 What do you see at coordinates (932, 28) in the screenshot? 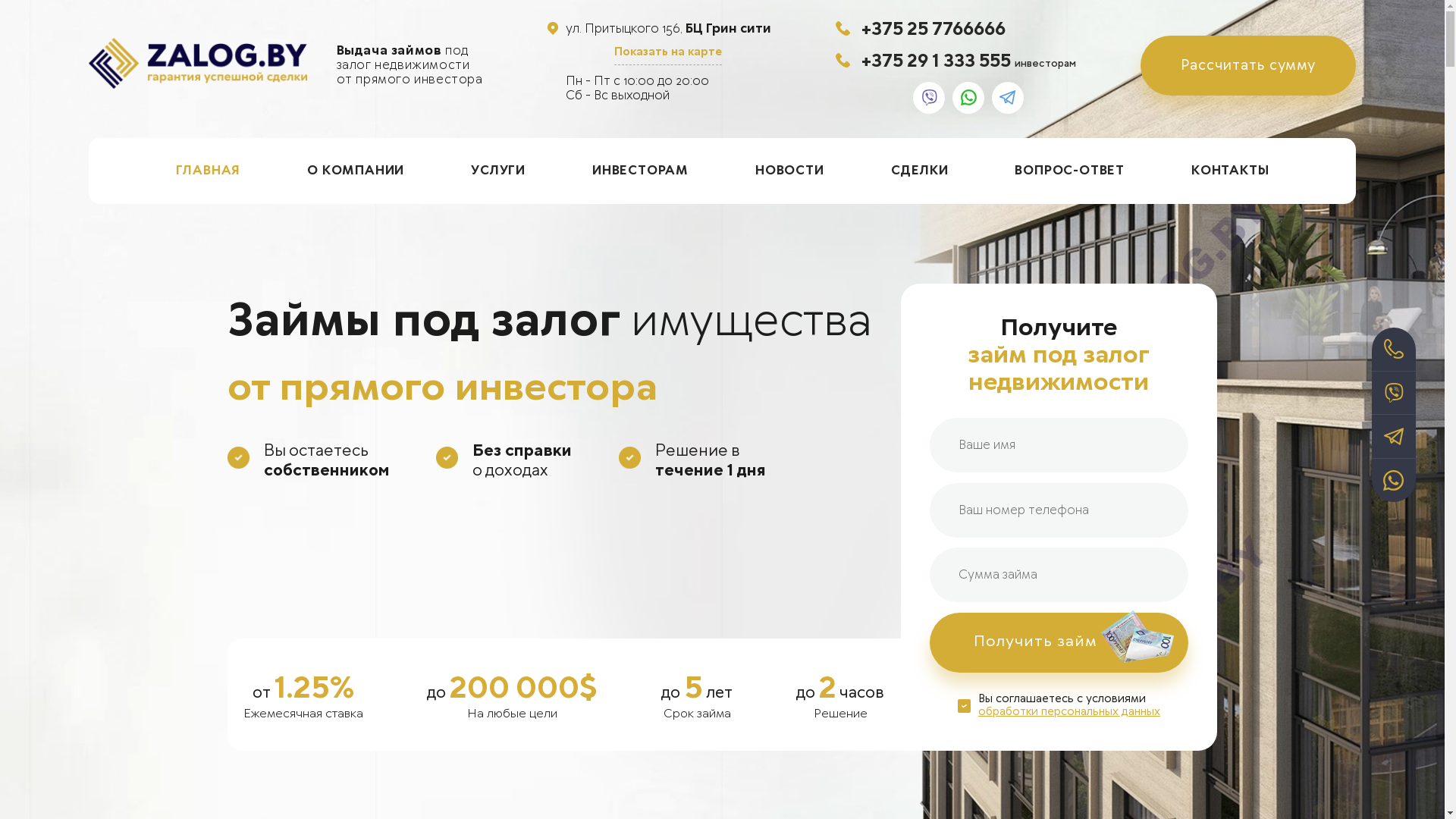
I see `'+375 25 7766666'` at bounding box center [932, 28].